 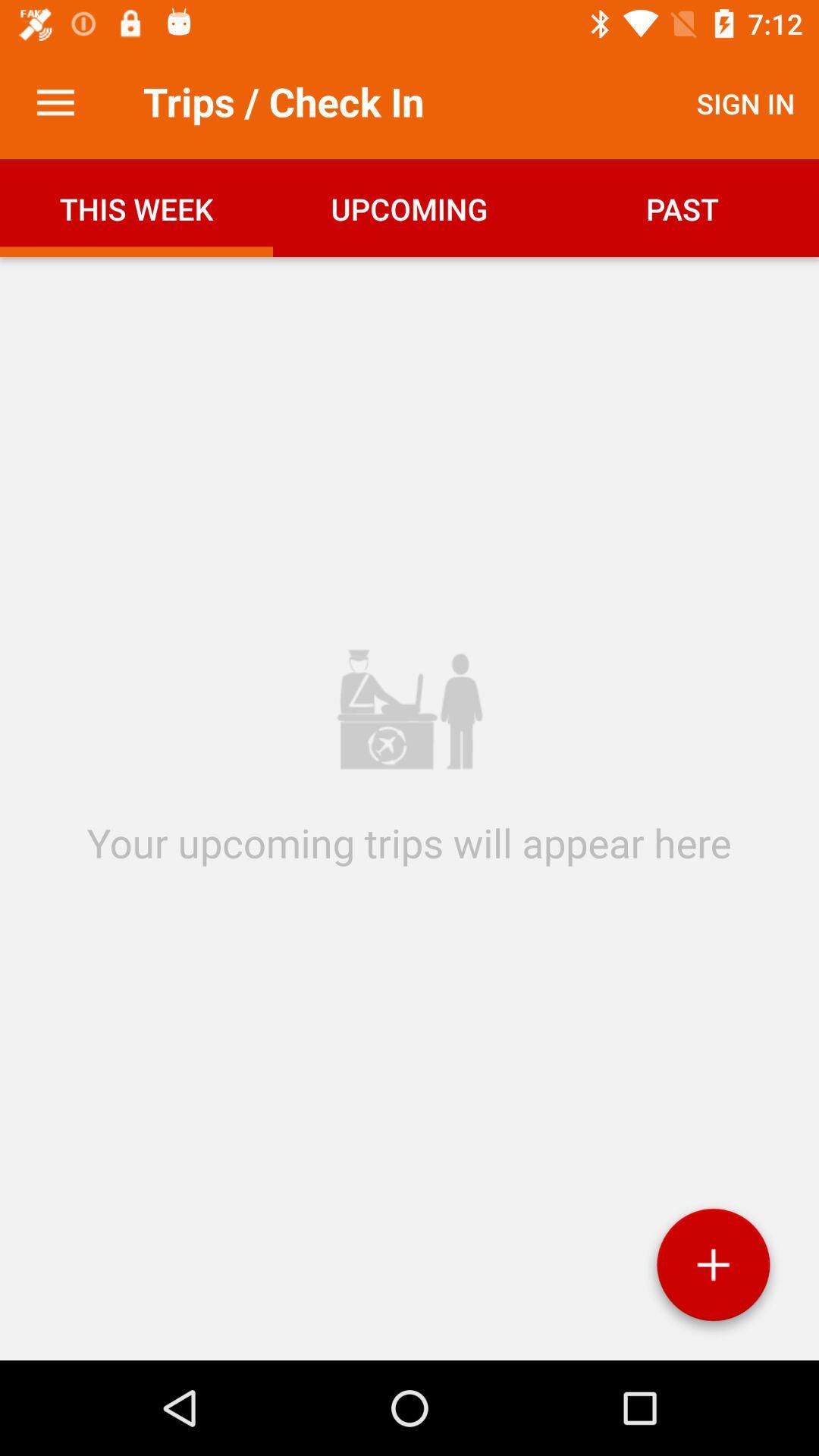 I want to click on item to the left of trips / check in item, so click(x=55, y=102).